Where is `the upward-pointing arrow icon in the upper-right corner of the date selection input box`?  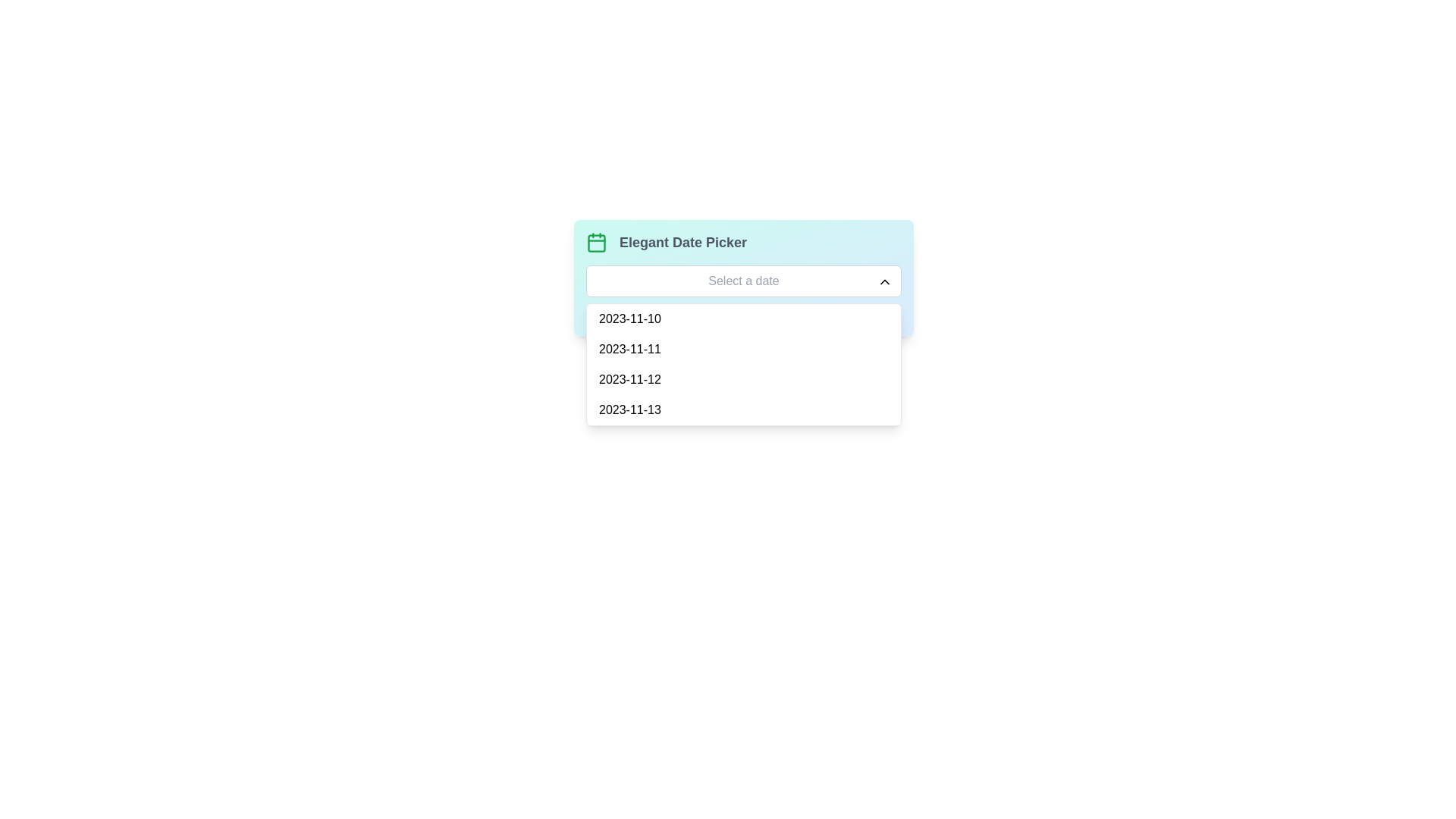
the upward-pointing arrow icon in the upper-right corner of the date selection input box is located at coordinates (884, 281).